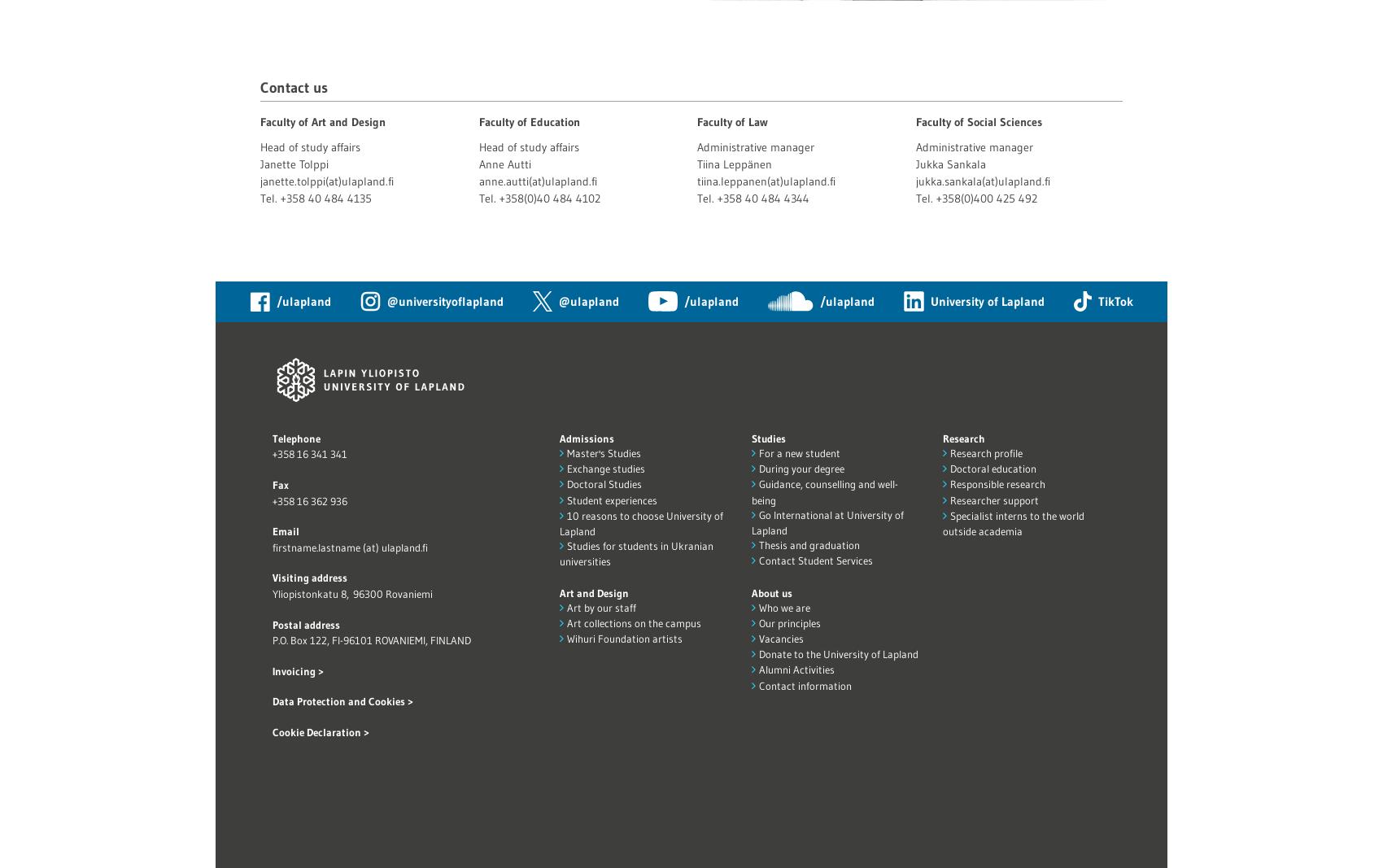 The height and width of the screenshot is (868, 1383). I want to click on 'Cookie Declaration >', so click(320, 732).